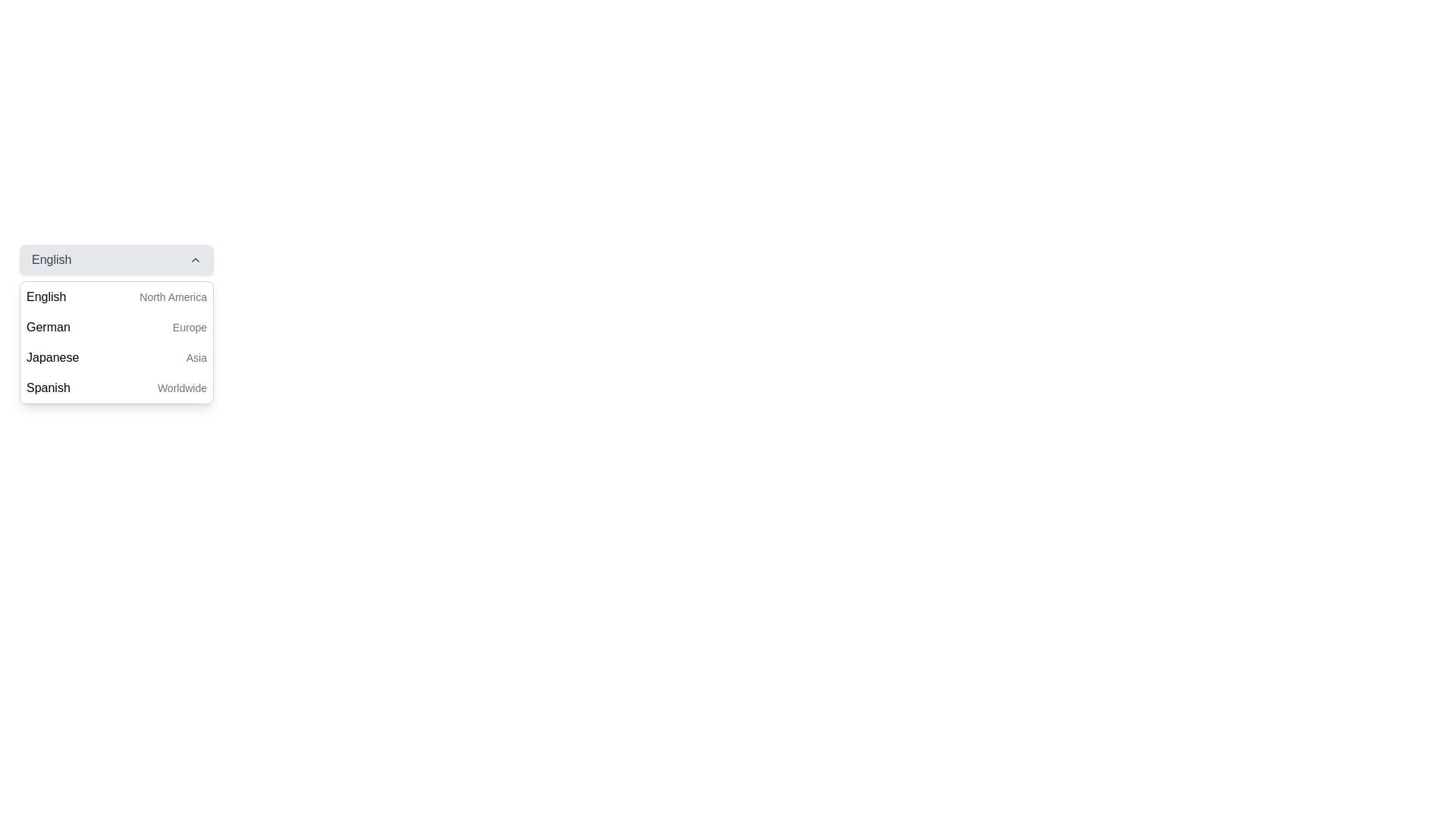 Image resolution: width=1456 pixels, height=819 pixels. I want to click on the text label displaying 'Asia', which is positioned to the right of the 'Japanese' text in the dropdown menu list, so click(196, 357).